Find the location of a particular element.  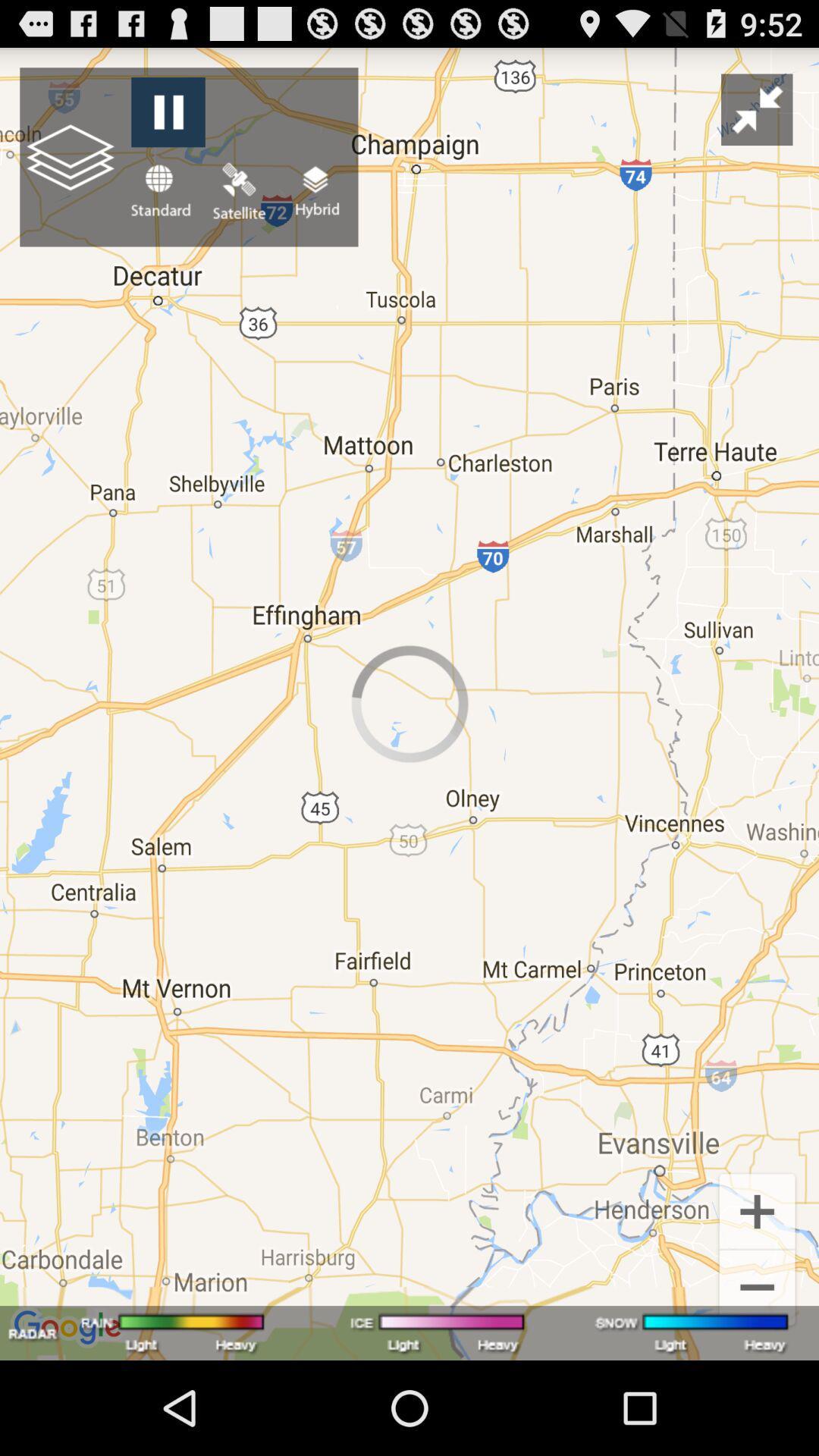

the fullscreen icon is located at coordinates (757, 116).